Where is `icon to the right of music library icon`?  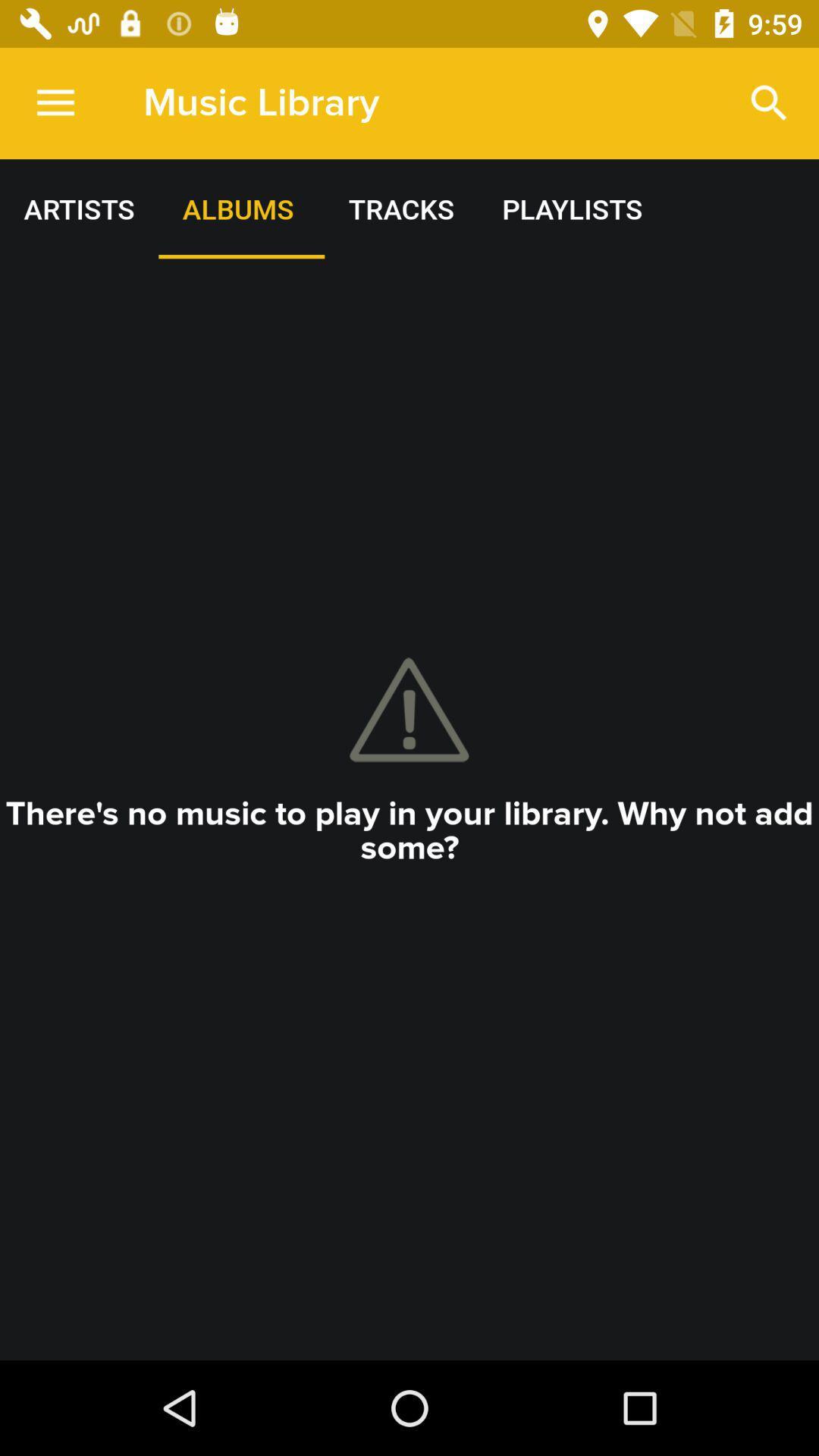 icon to the right of music library icon is located at coordinates (769, 102).